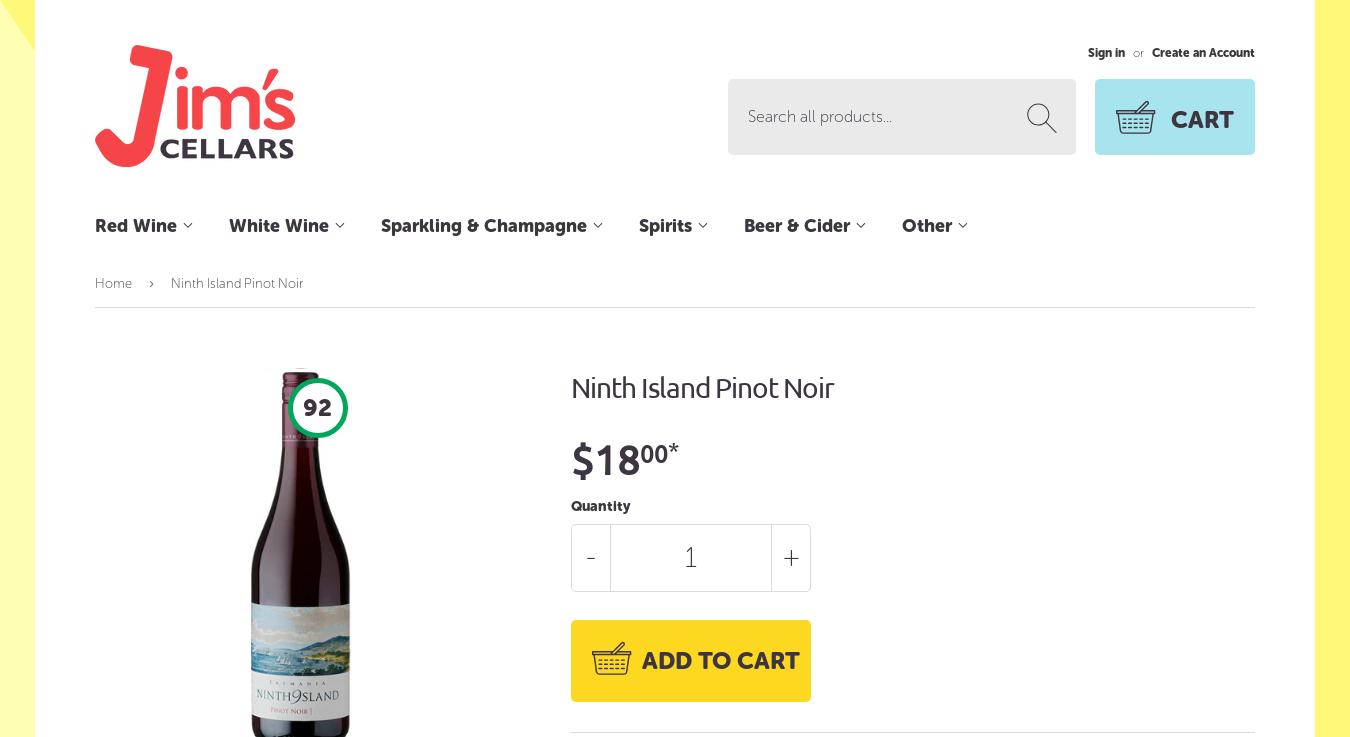 The image size is (1350, 737). I want to click on 'Imported Sparkling Wine', so click(380, 376).